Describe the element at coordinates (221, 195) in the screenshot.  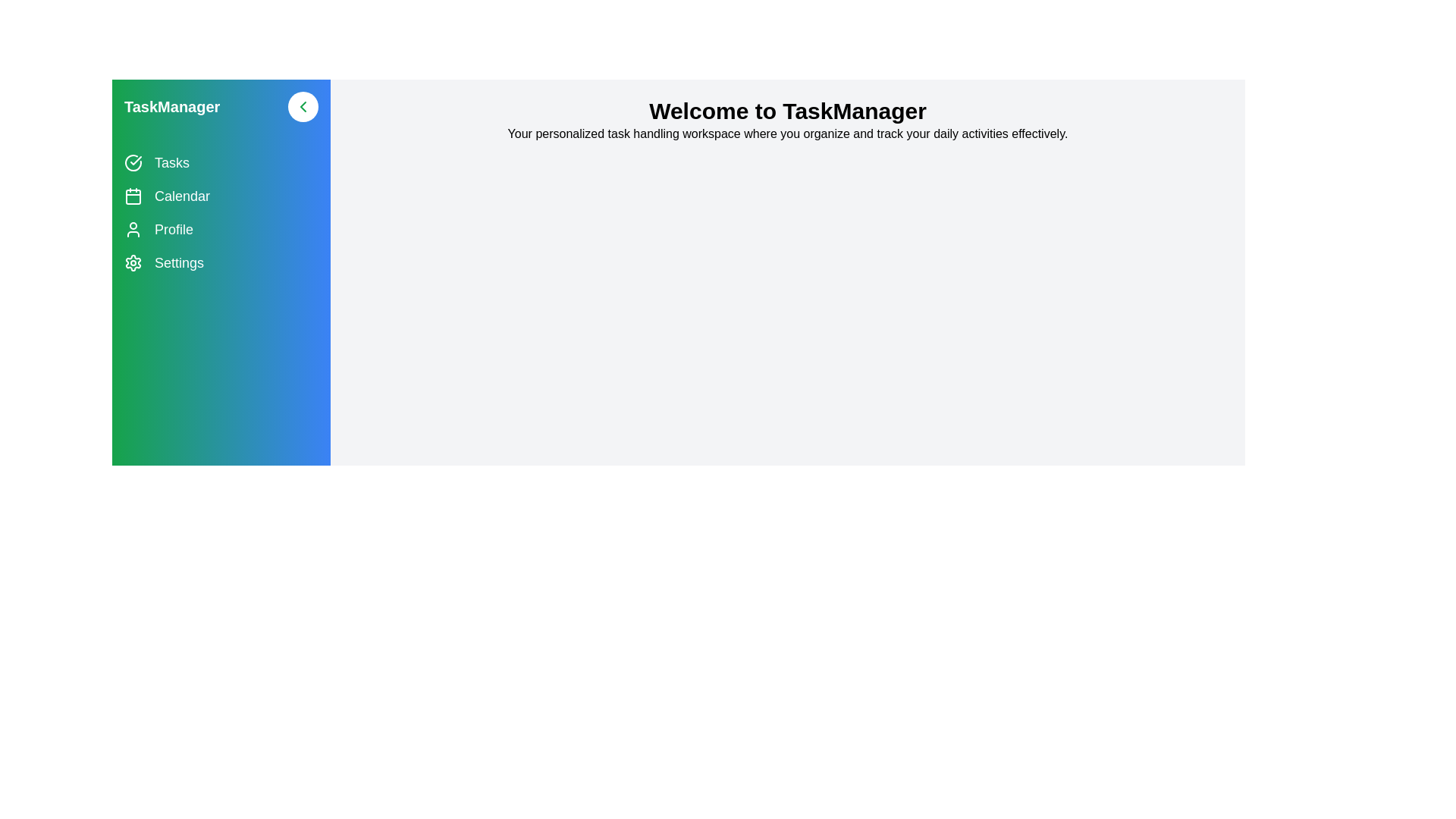
I see `the navigation item Calendar to navigate to the corresponding section` at that location.